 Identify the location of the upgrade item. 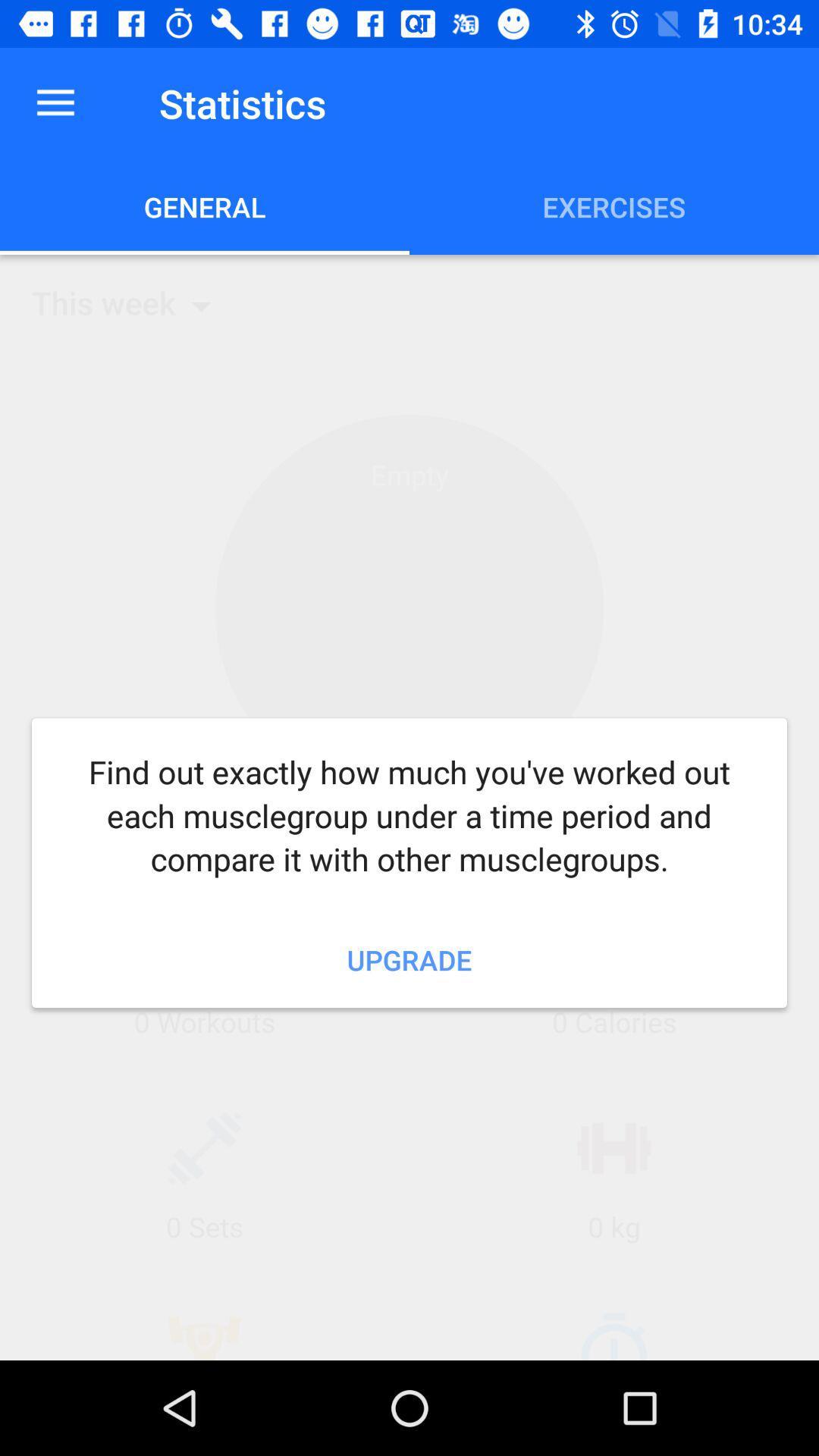
(409, 959).